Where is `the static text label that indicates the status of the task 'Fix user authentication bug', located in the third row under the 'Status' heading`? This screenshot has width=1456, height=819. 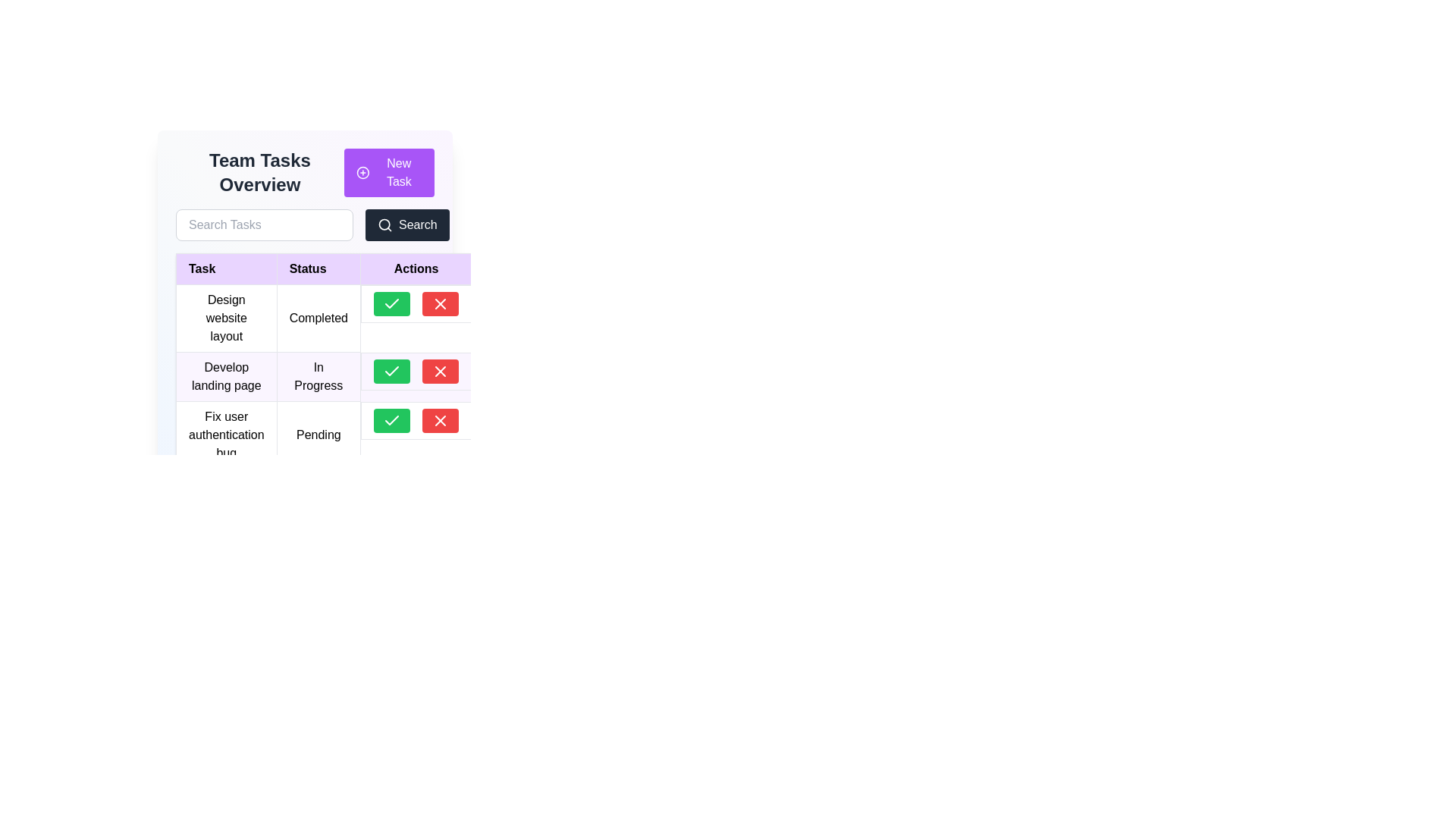
the static text label that indicates the status of the task 'Fix user authentication bug', located in the third row under the 'Status' heading is located at coordinates (318, 435).